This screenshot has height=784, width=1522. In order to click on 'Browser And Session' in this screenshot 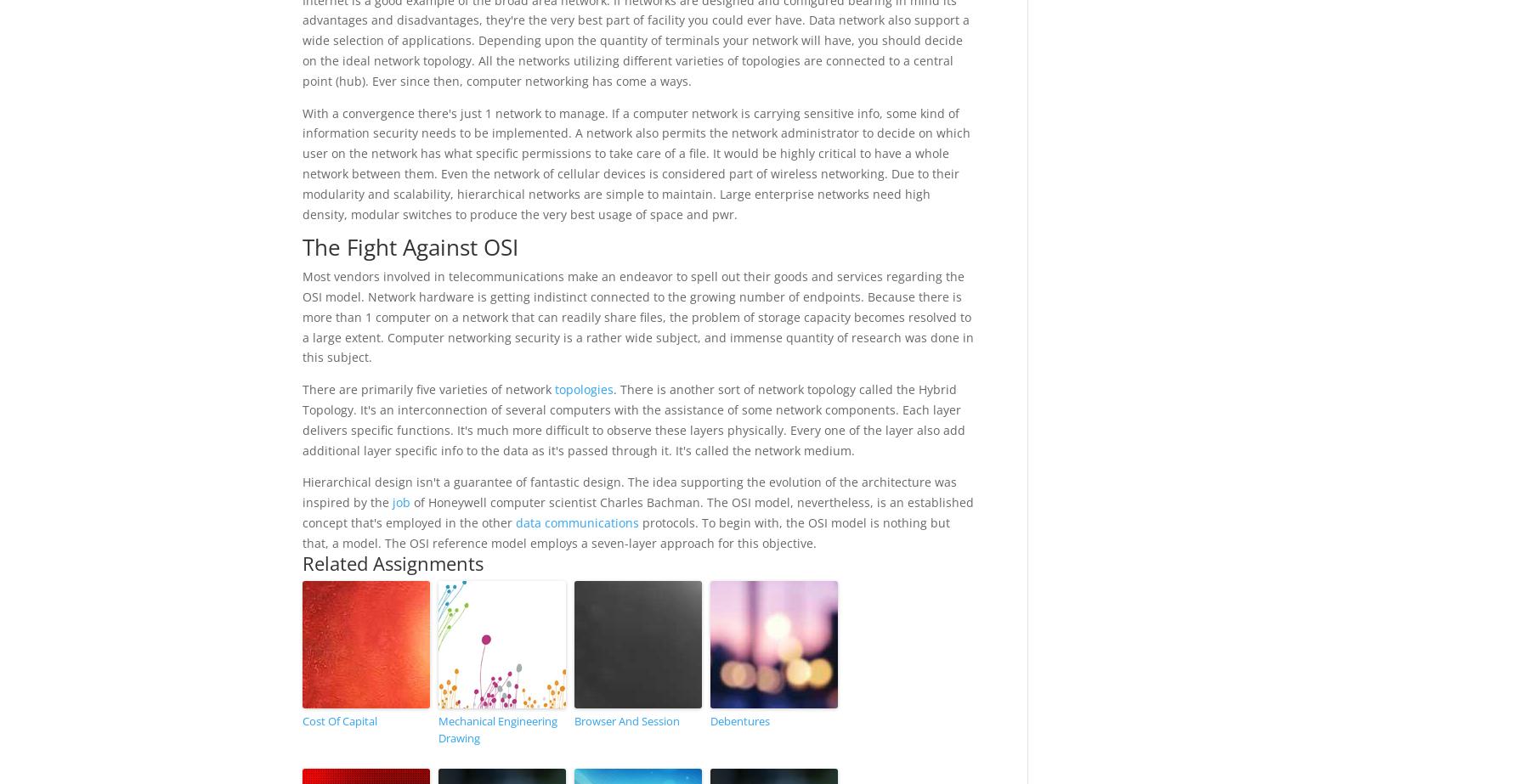, I will do `click(574, 719)`.